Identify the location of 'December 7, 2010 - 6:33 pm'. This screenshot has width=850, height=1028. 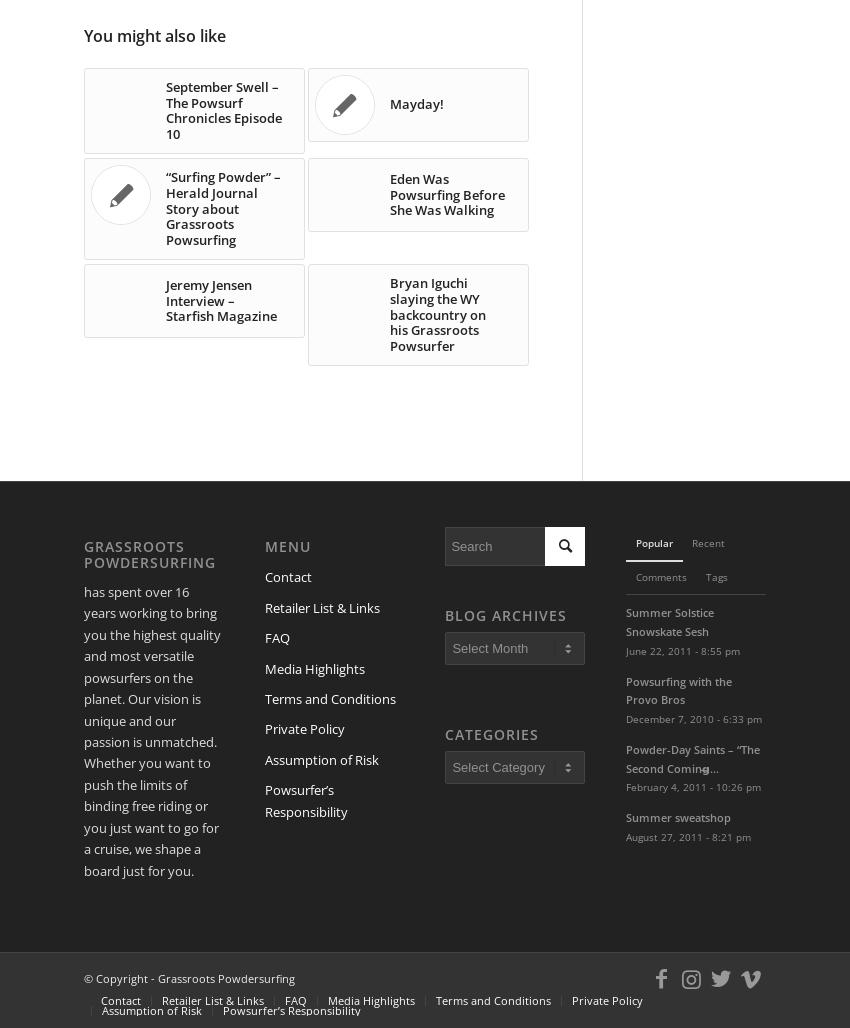
(625, 717).